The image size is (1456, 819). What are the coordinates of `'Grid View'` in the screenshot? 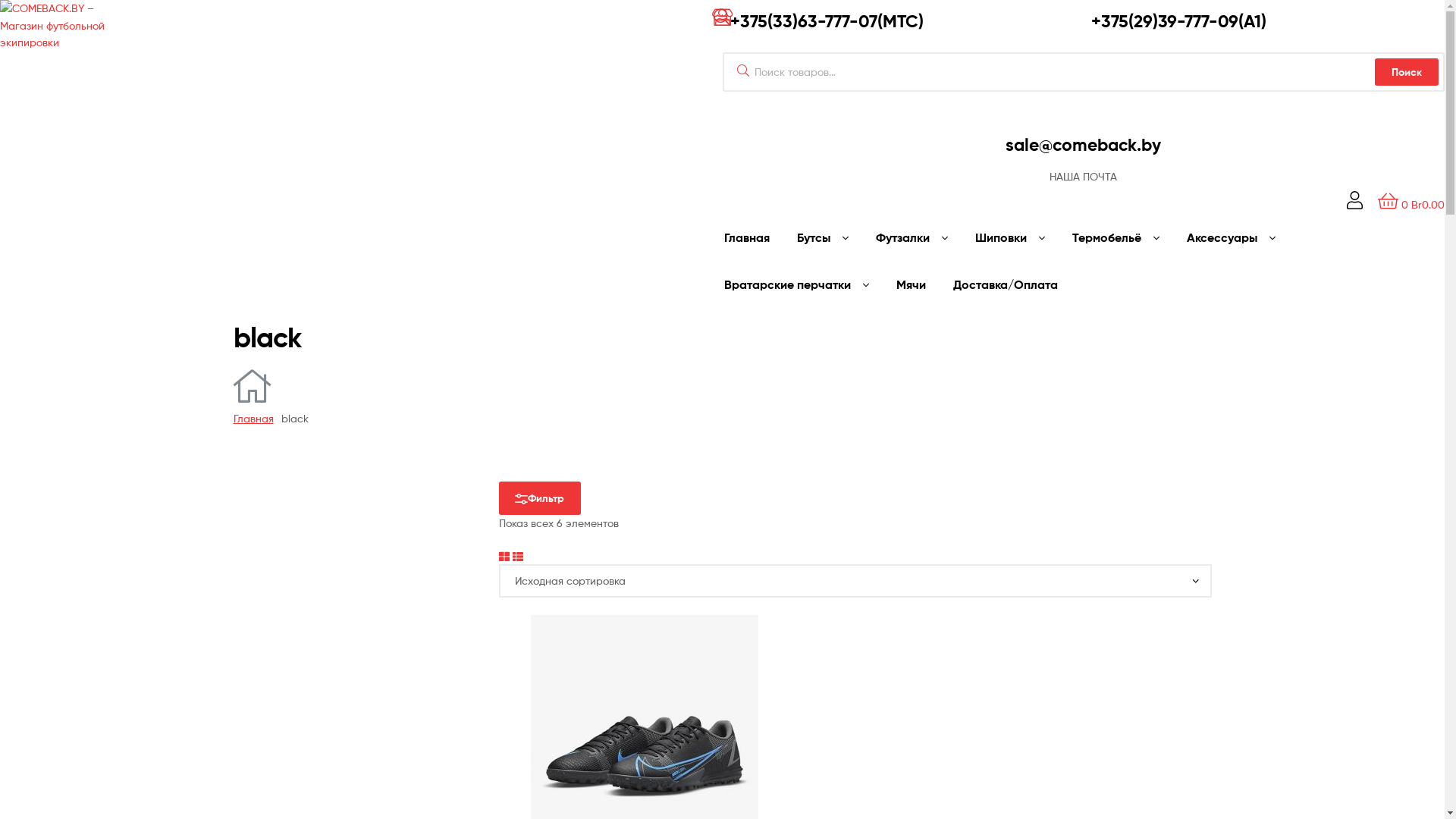 It's located at (504, 554).